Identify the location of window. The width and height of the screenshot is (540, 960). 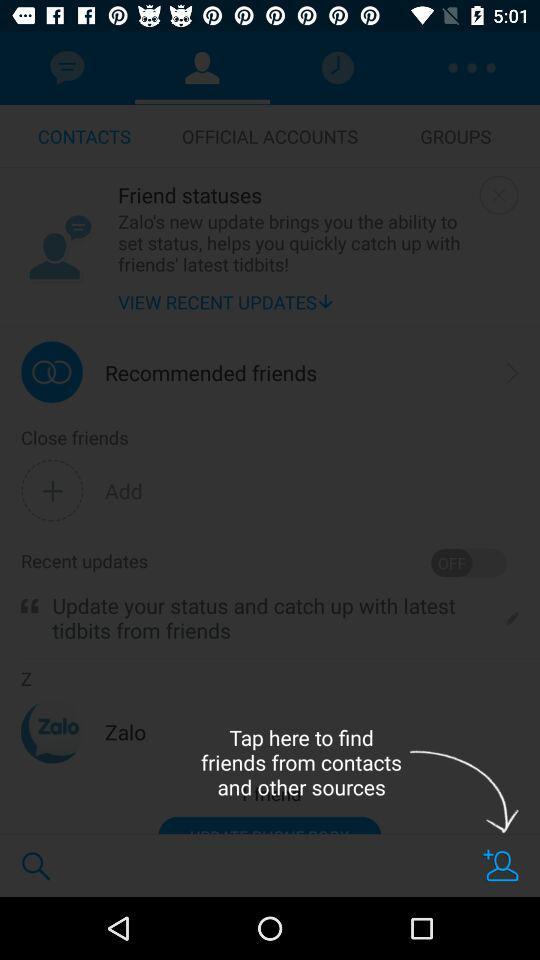
(498, 195).